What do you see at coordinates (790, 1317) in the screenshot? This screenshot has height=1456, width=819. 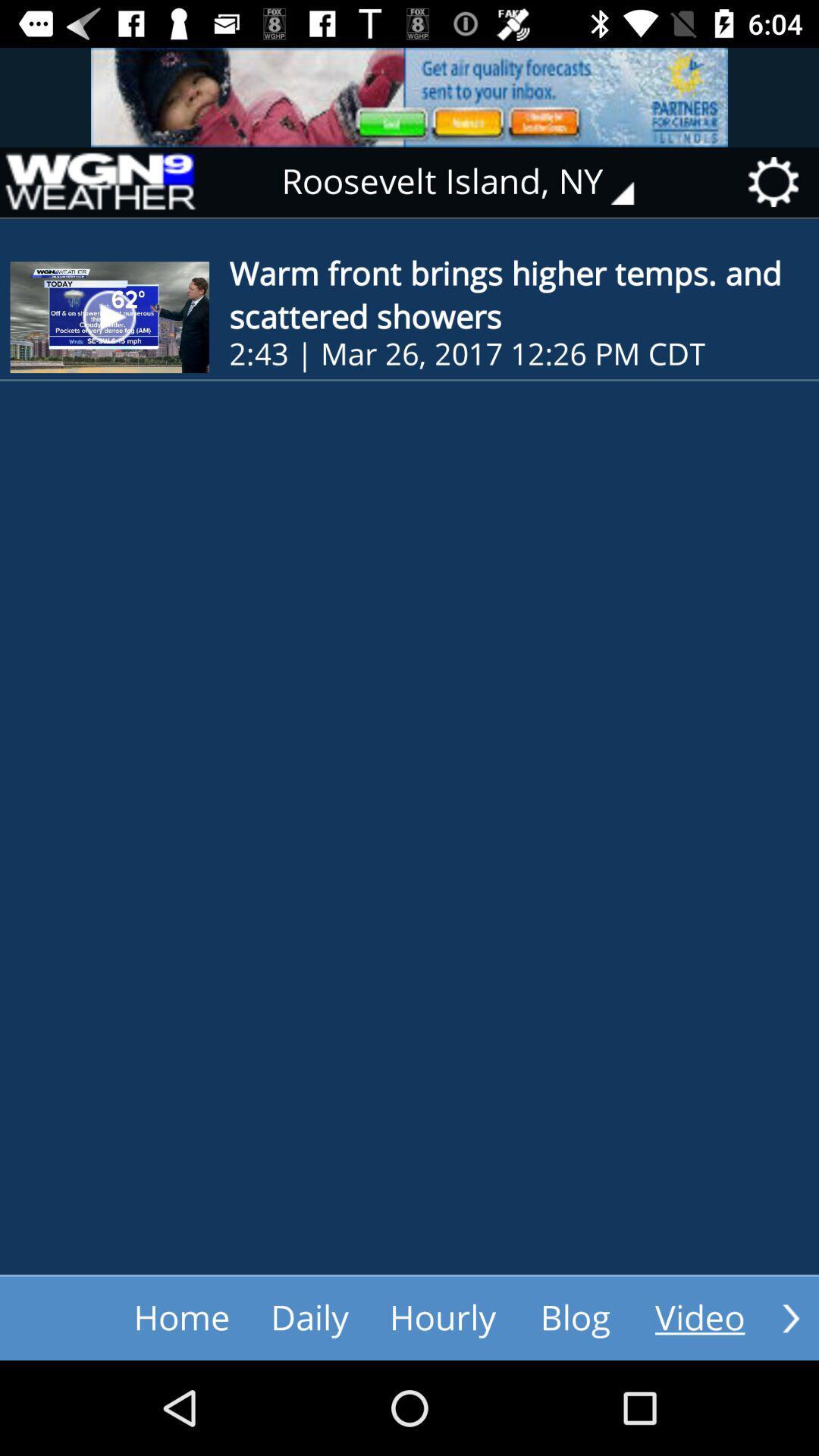 I see `the arrow_forward icon` at bounding box center [790, 1317].